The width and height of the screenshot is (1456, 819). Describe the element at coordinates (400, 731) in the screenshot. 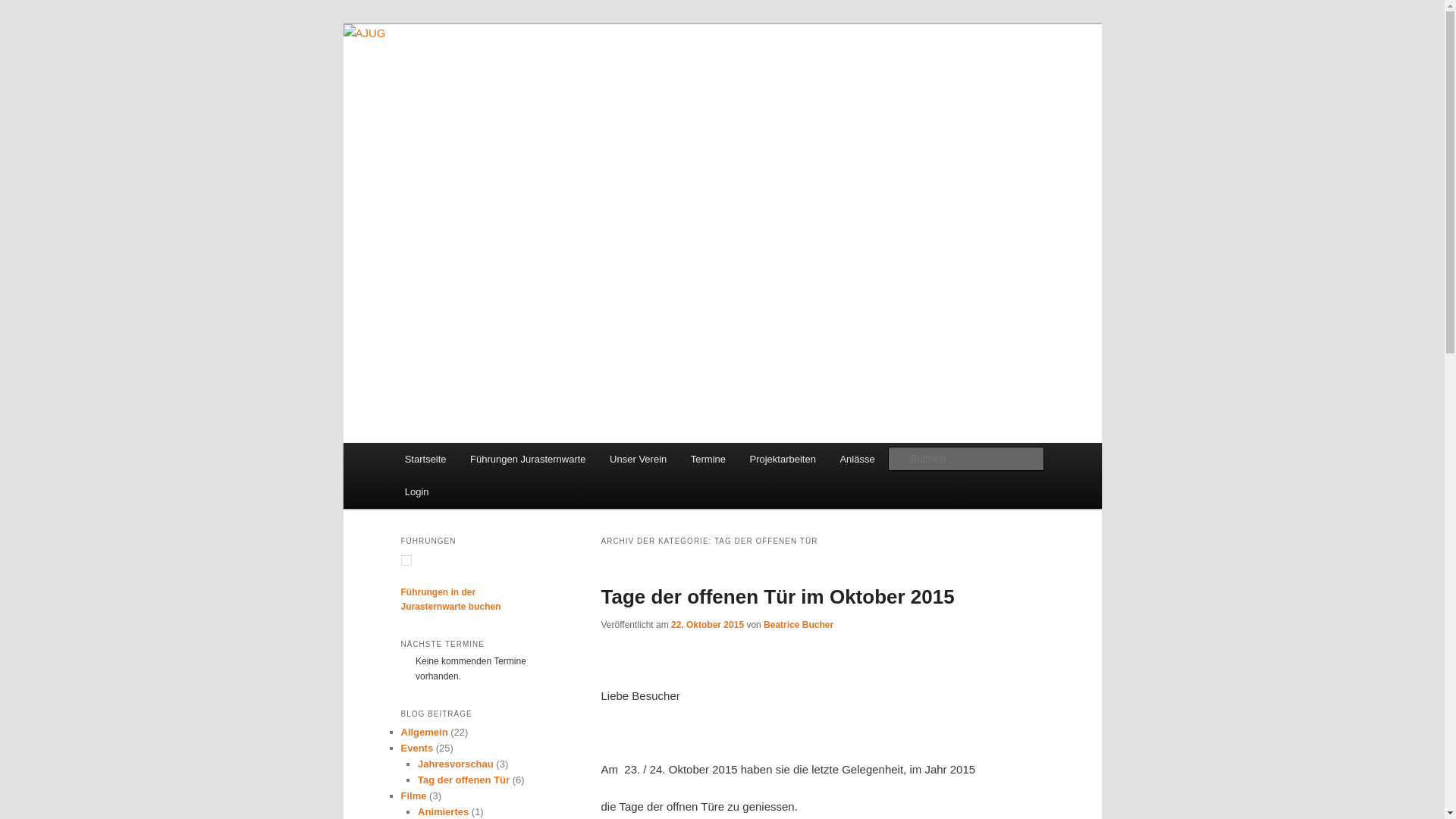

I see `'Allgemein'` at that location.